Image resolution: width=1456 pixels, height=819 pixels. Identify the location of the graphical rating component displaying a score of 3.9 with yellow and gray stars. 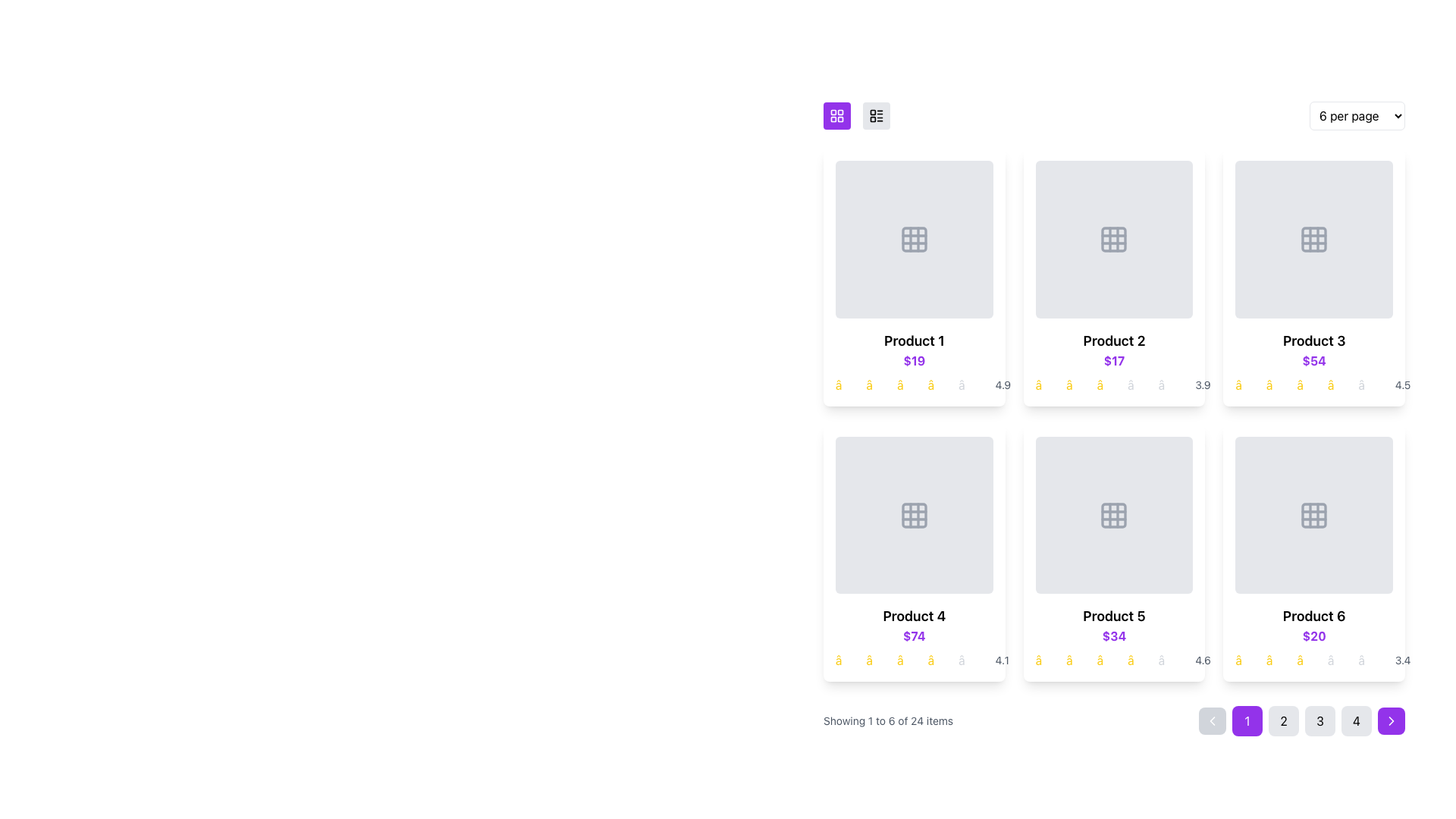
(1114, 384).